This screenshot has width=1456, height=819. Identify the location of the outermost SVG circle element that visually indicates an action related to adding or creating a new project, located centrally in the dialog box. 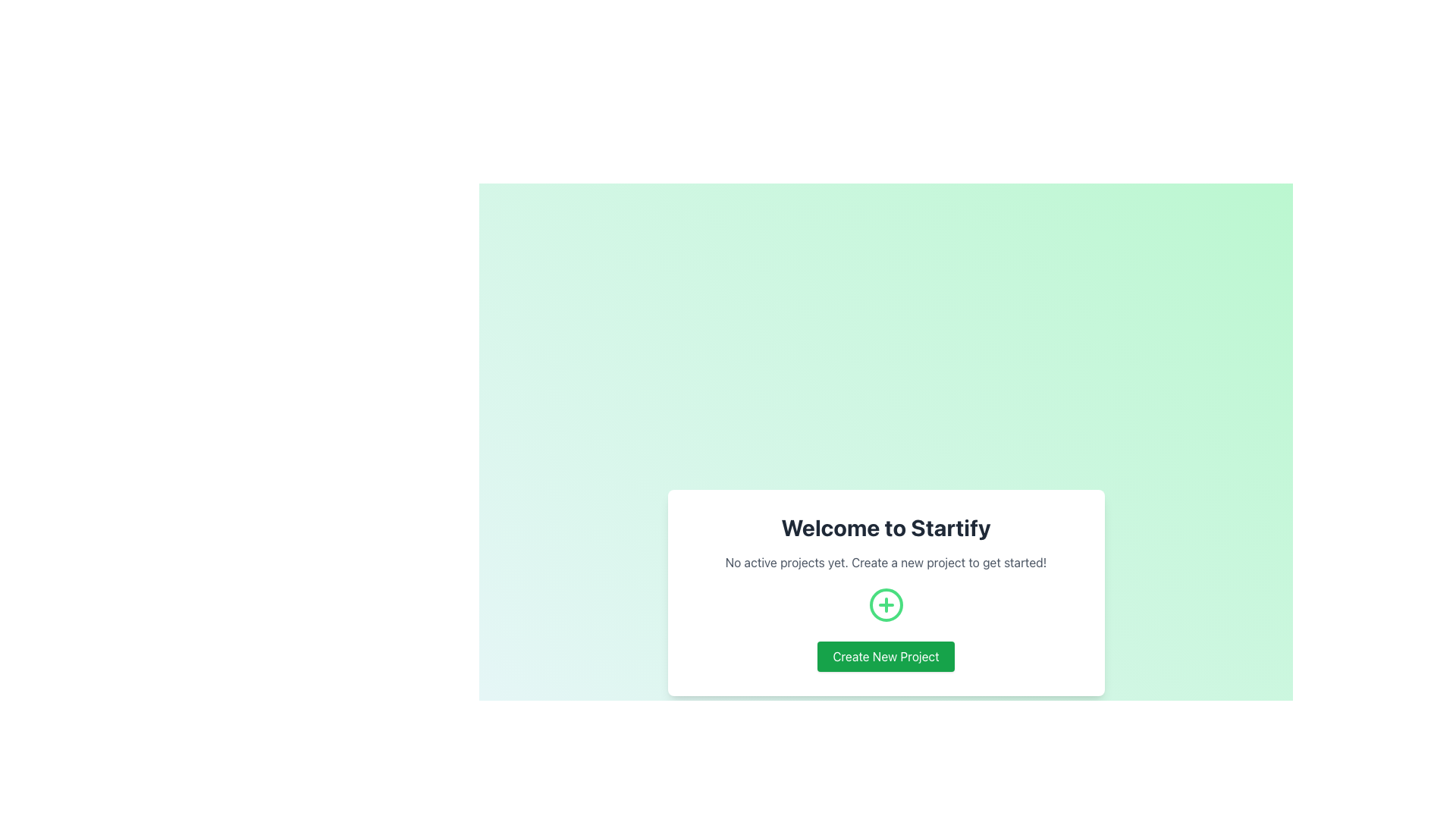
(886, 604).